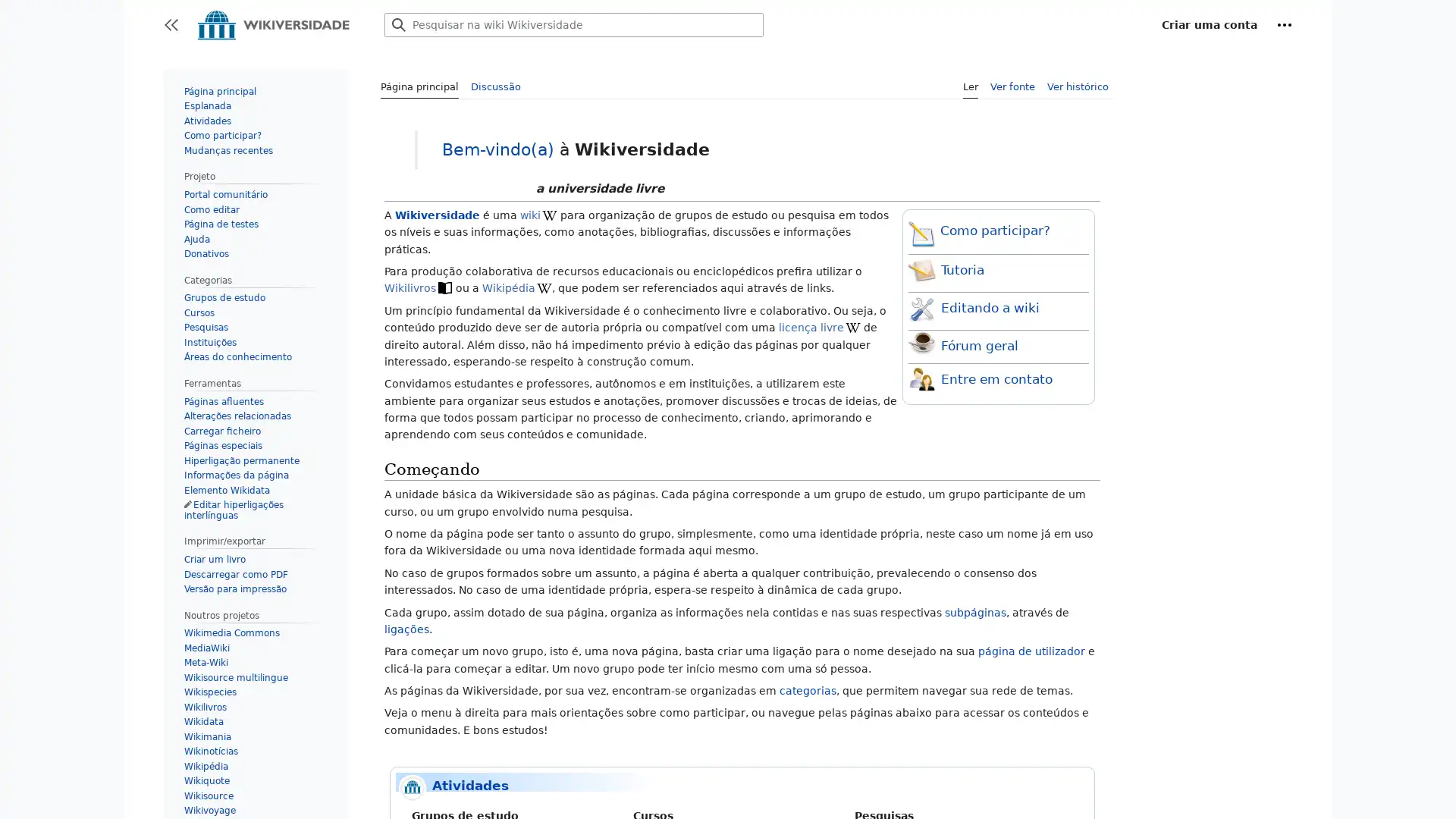  What do you see at coordinates (399, 25) in the screenshot?
I see `Pesquisar` at bounding box center [399, 25].